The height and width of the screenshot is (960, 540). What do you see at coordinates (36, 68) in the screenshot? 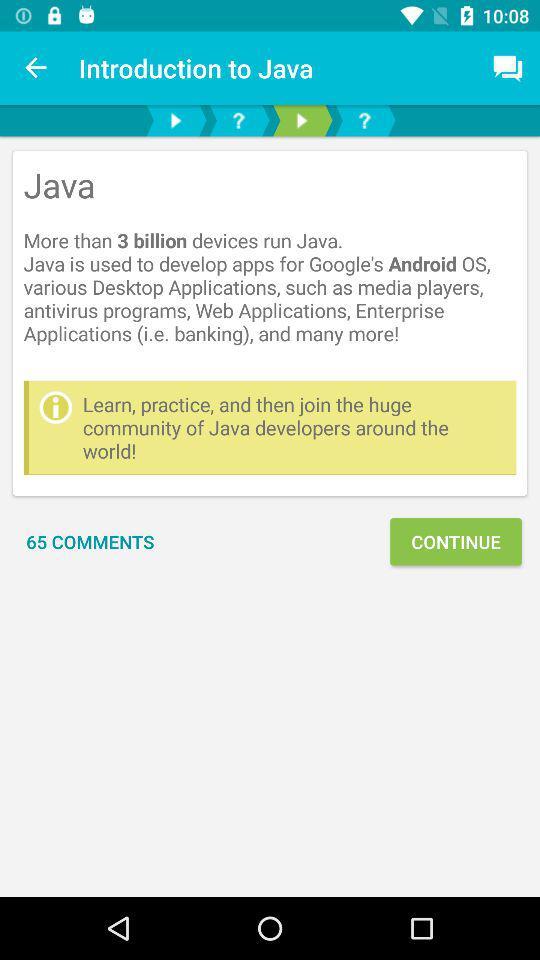
I see `the icon above the java  more item` at bounding box center [36, 68].